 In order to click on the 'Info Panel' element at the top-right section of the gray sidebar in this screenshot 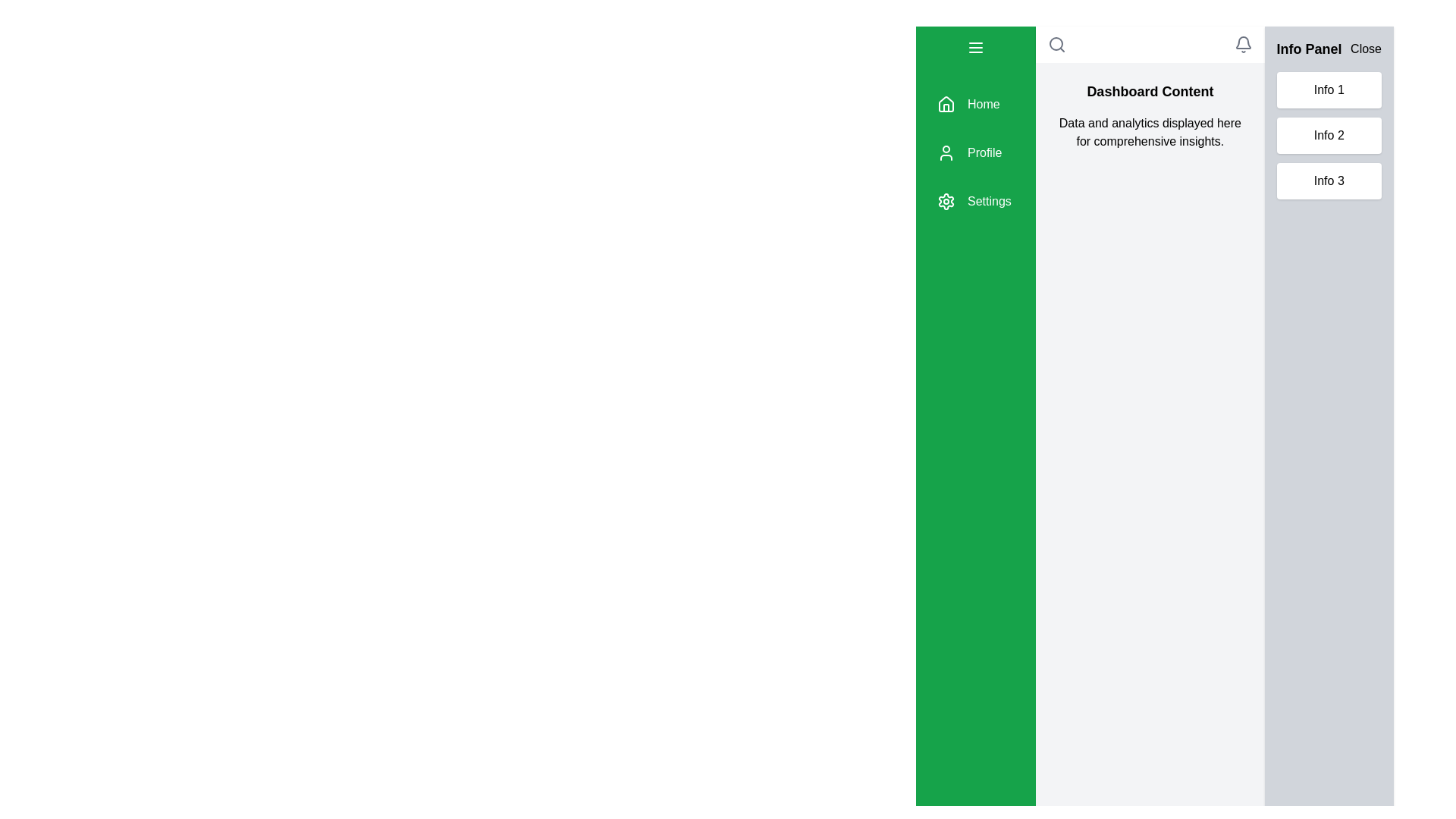, I will do `click(1328, 49)`.